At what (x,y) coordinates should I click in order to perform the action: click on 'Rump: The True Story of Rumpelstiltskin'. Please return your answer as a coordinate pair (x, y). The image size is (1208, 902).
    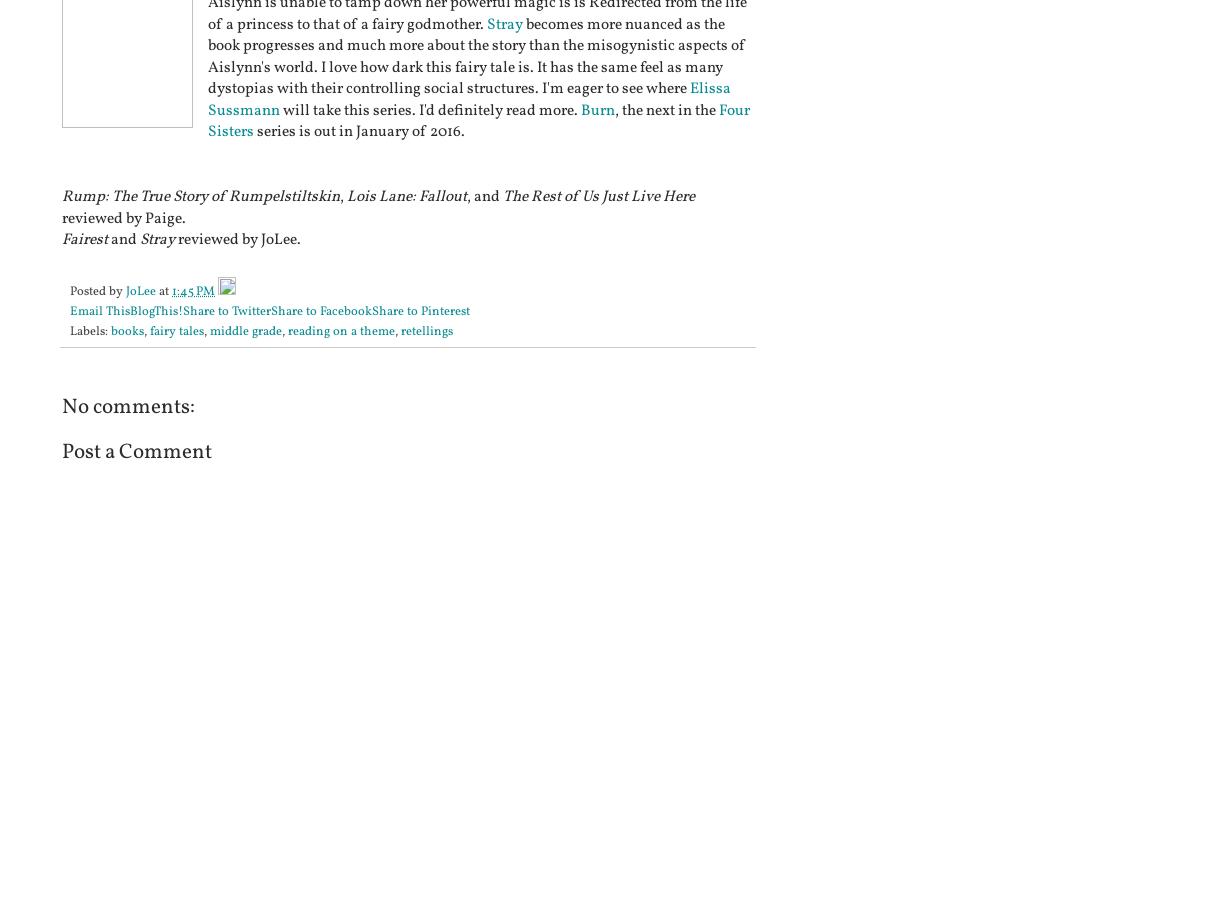
    Looking at the image, I should click on (60, 195).